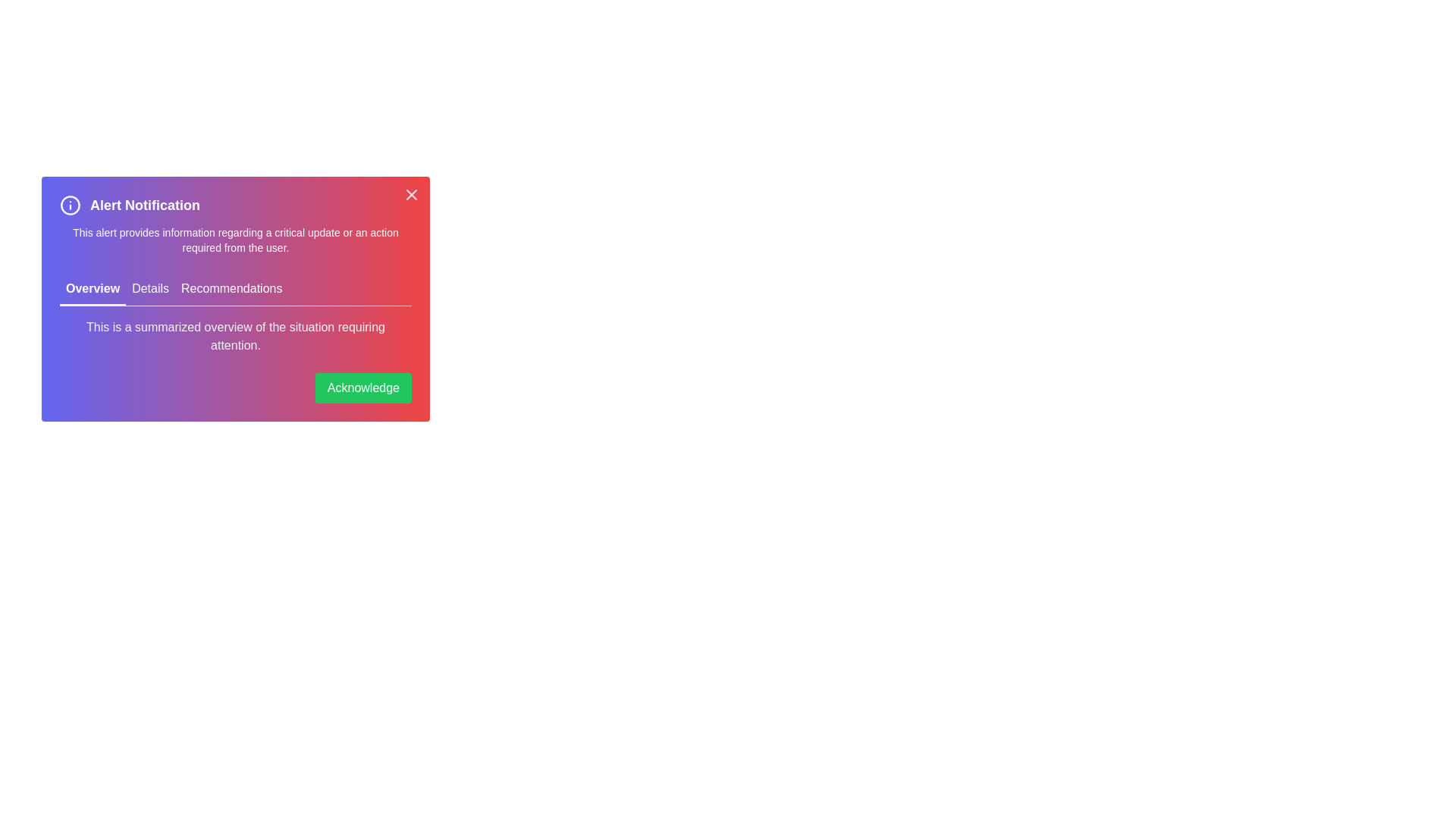 Image resolution: width=1456 pixels, height=819 pixels. Describe the element at coordinates (362, 388) in the screenshot. I see `the 'Acknowledge' button to acknowledge the alert` at that location.